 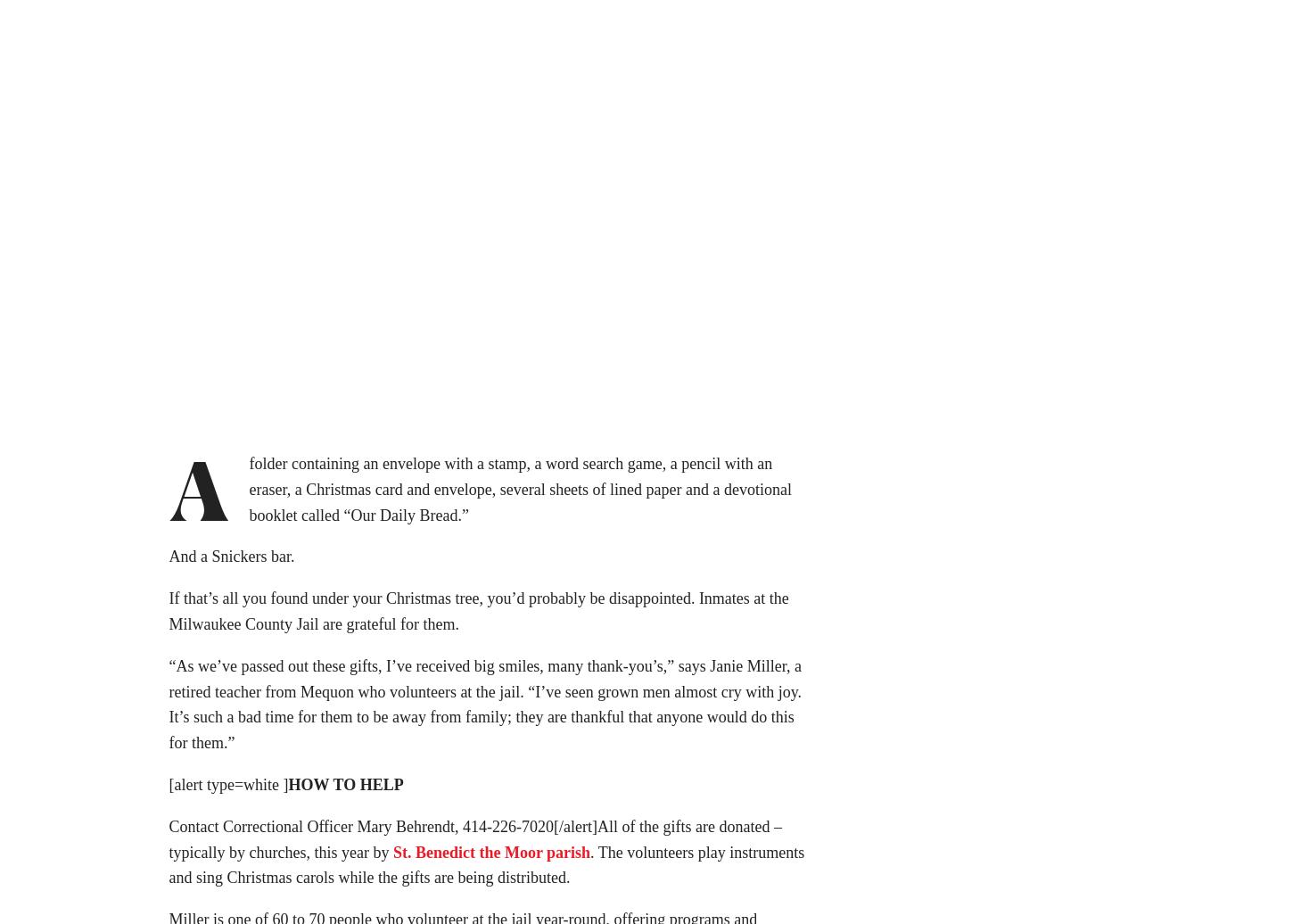 What do you see at coordinates (167, 870) in the screenshot?
I see `'. The volunteers play instruments and sing Christmas carols while the gifts are being distributed.'` at bounding box center [167, 870].